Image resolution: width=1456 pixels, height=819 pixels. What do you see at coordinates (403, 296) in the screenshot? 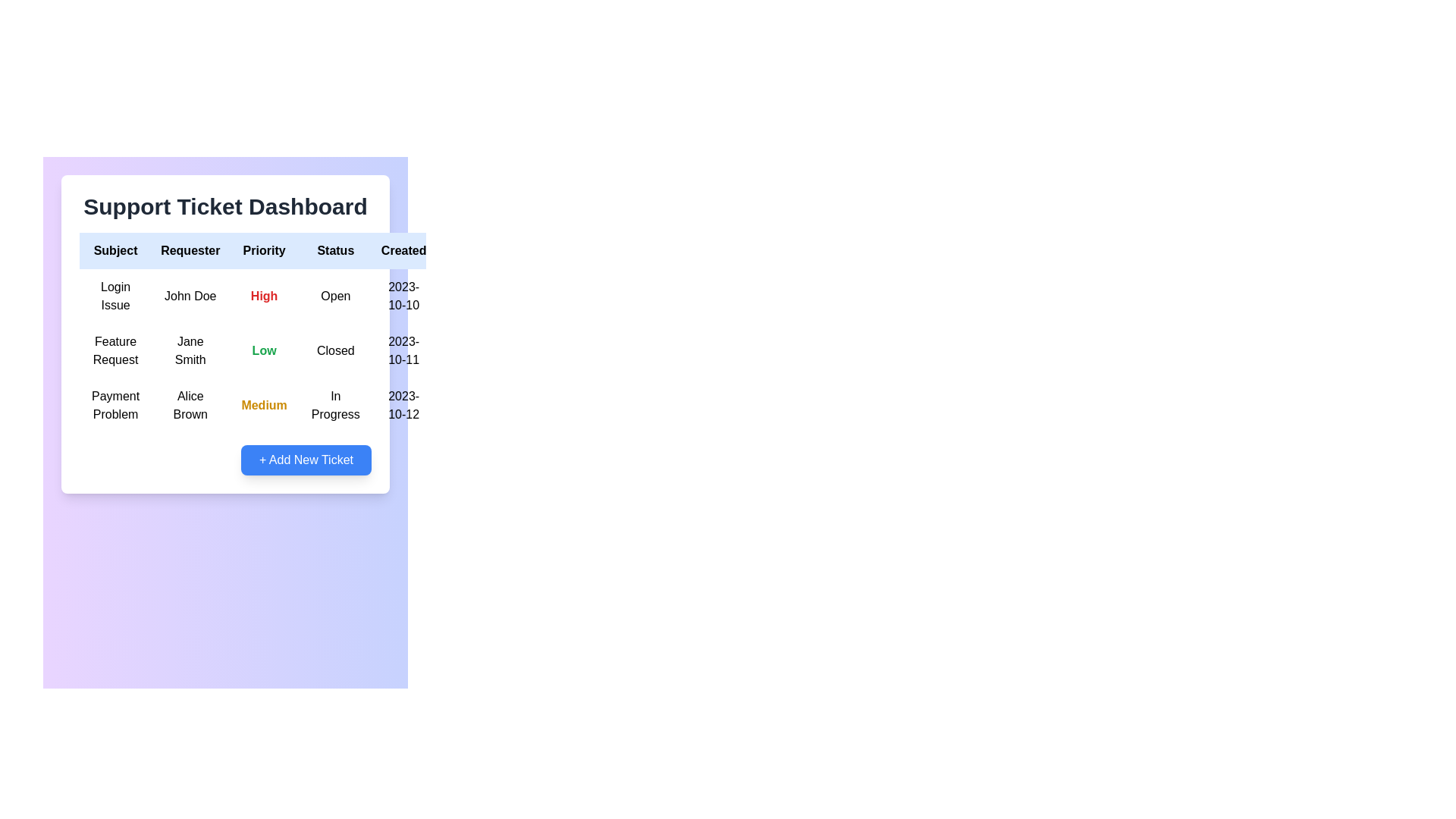
I see `the text field displaying the date '2023-10-10' in the 'Created' column of the data table` at bounding box center [403, 296].